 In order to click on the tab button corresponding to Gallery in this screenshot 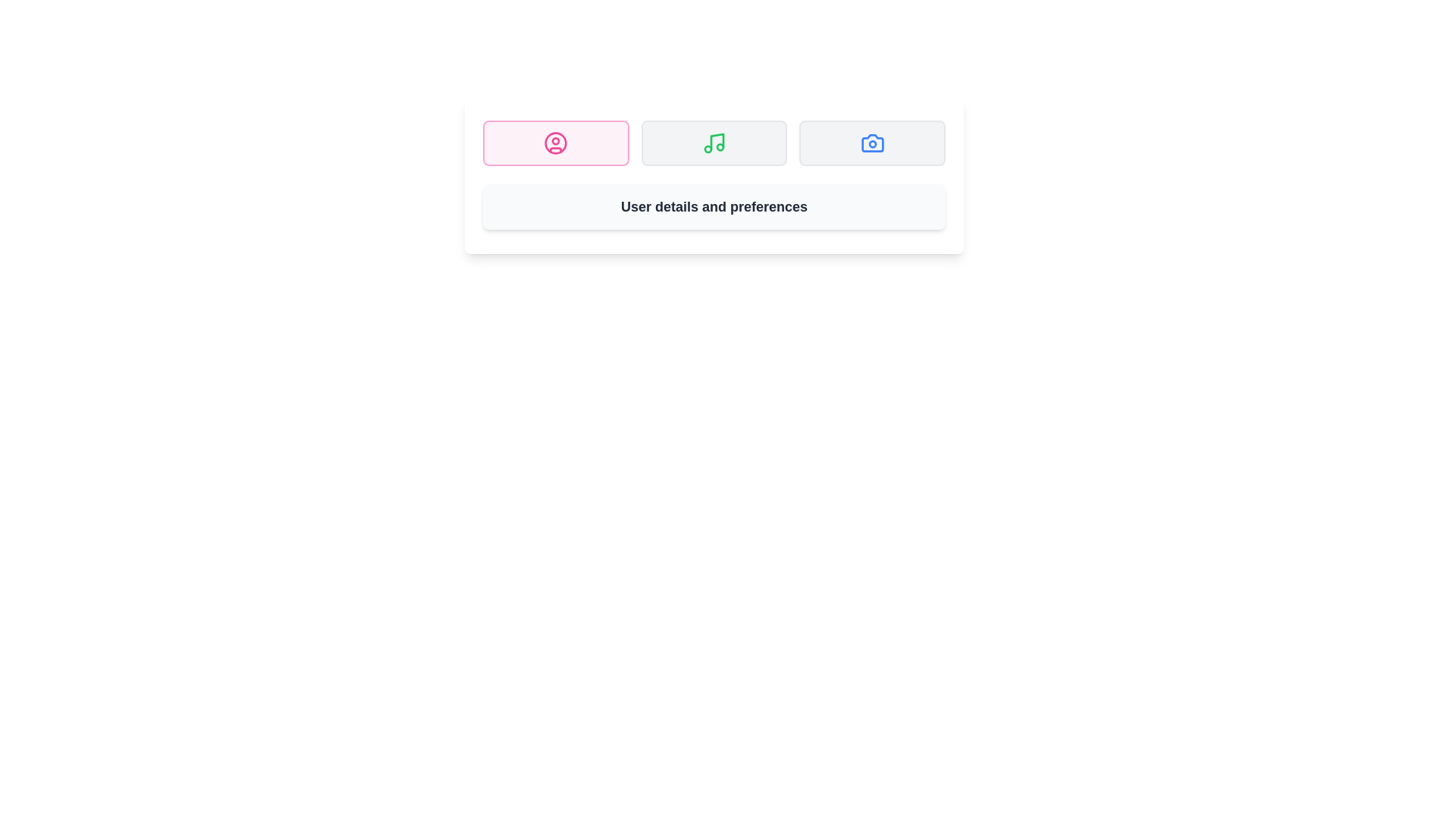, I will do `click(873, 143)`.